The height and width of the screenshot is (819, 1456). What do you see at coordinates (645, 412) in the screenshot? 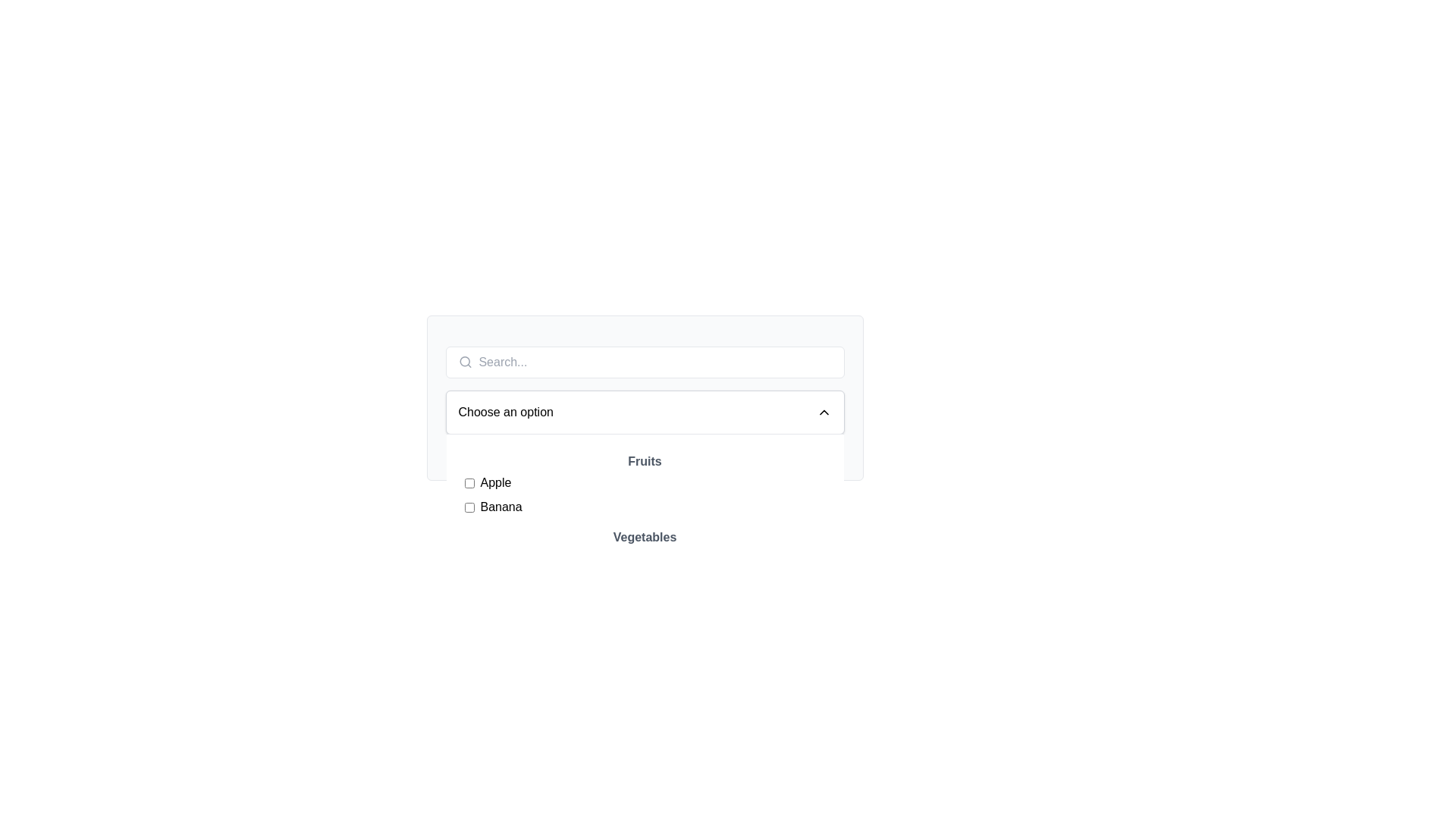
I see `the Dropdown menu trigger labeled 'Choose an option'` at bounding box center [645, 412].